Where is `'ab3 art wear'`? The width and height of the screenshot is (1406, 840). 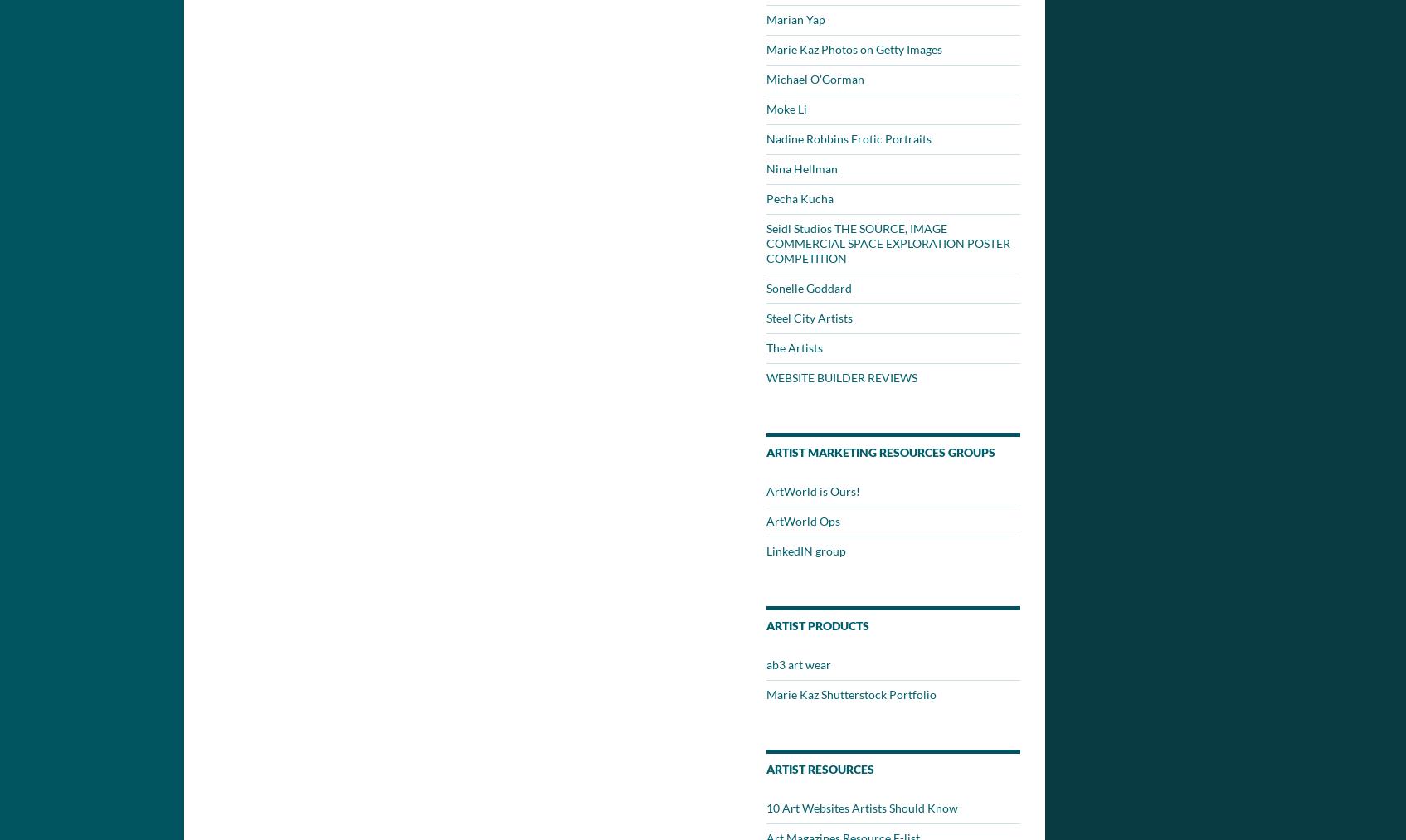
'ab3 art wear' is located at coordinates (798, 664).